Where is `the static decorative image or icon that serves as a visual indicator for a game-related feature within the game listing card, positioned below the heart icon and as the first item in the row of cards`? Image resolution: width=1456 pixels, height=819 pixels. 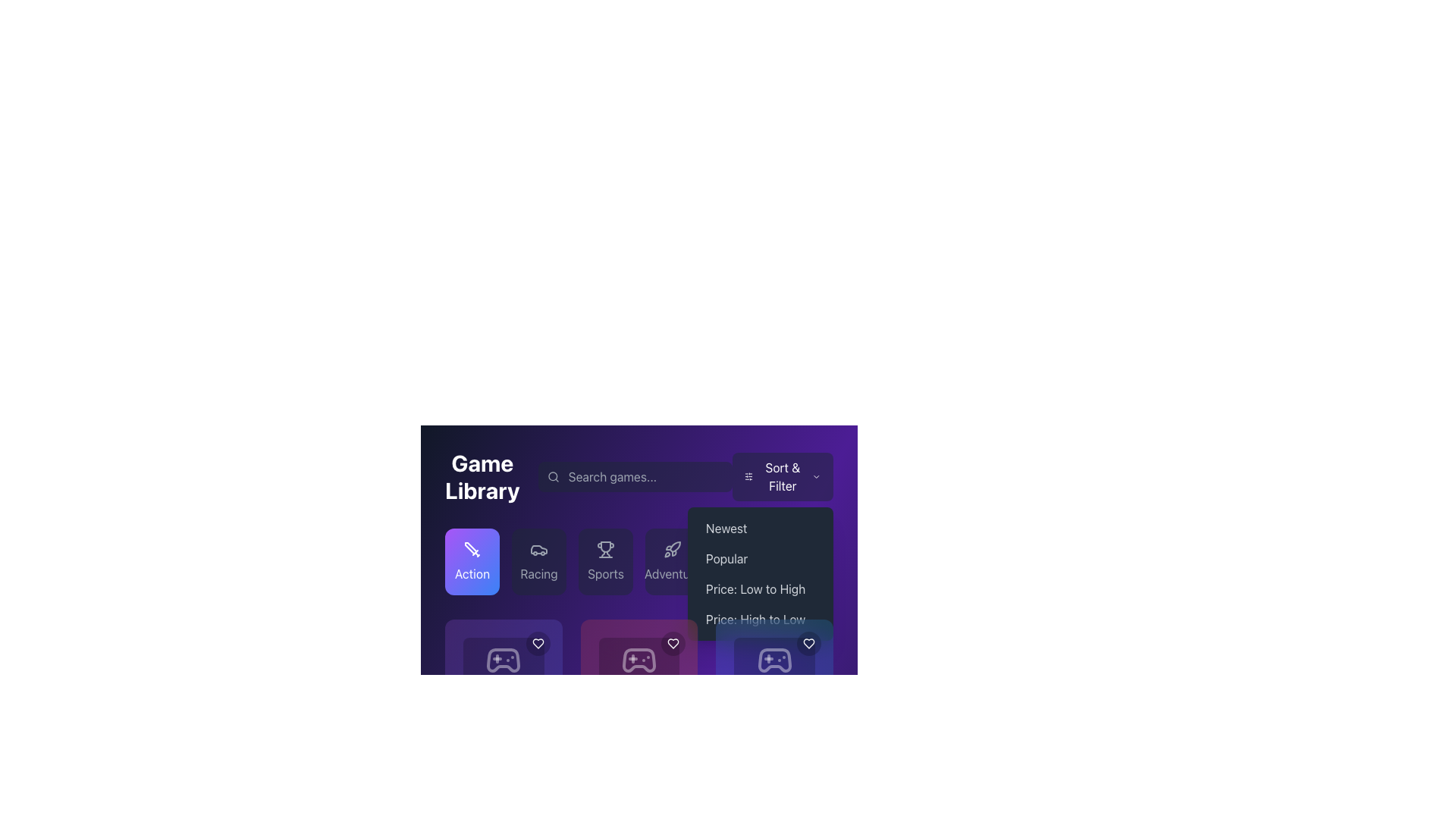 the static decorative image or icon that serves as a visual indicator for a game-related feature within the game listing card, positioned below the heart icon and as the first item in the row of cards is located at coordinates (504, 660).